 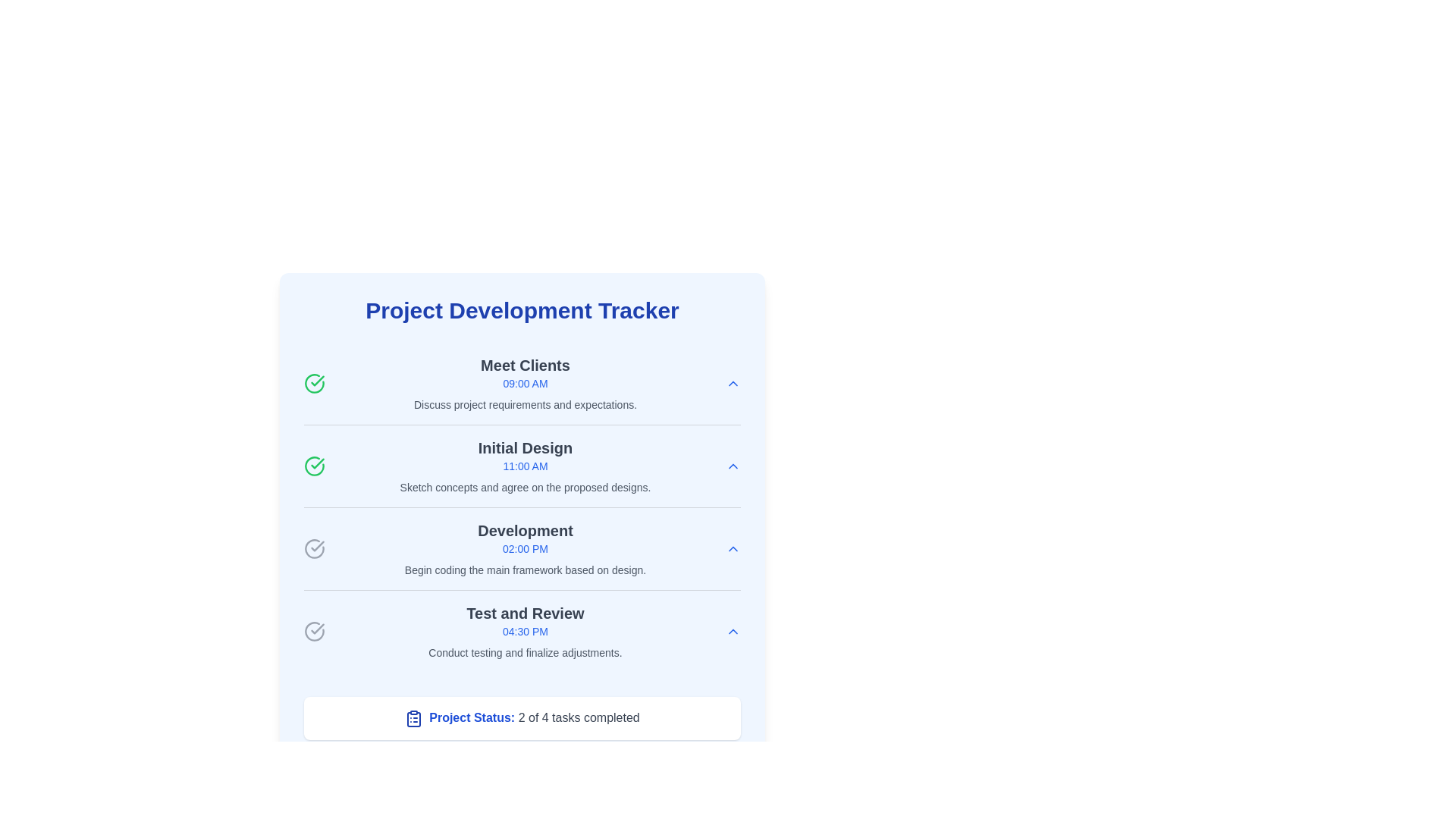 I want to click on the Status Icon (Checkmark), so click(x=313, y=632).